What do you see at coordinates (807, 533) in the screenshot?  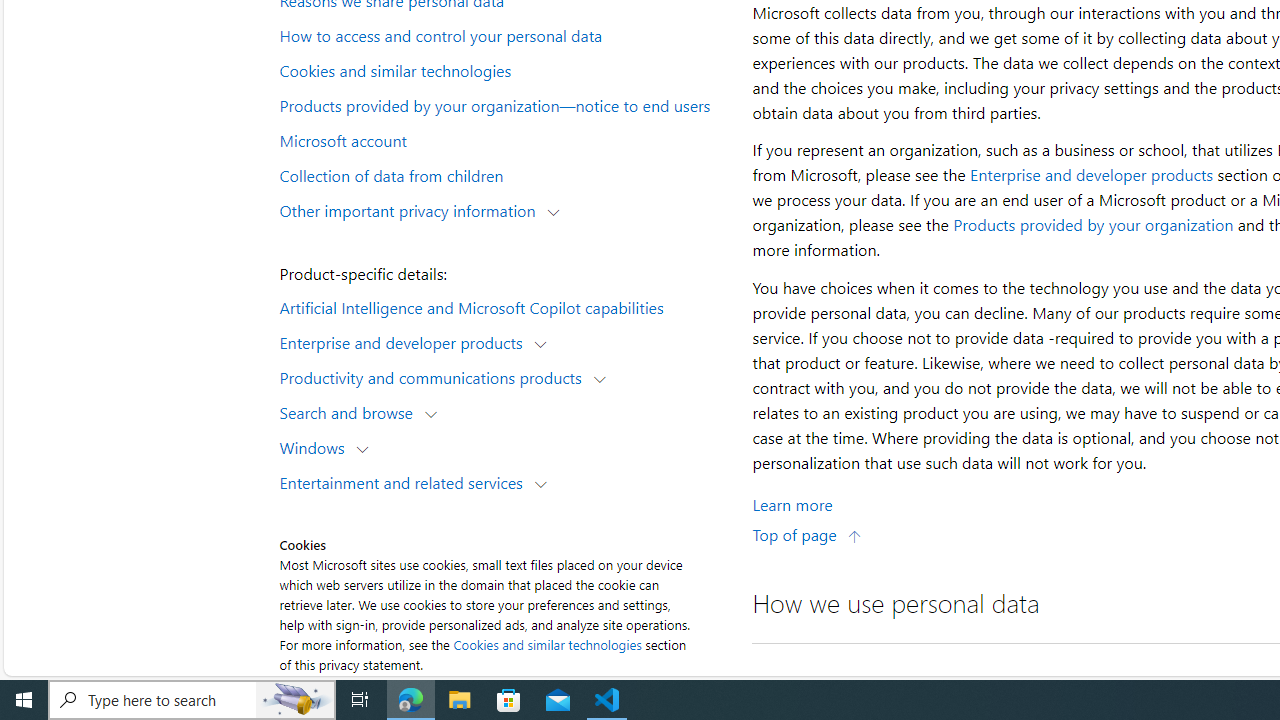 I see `'Top of page'` at bounding box center [807, 533].